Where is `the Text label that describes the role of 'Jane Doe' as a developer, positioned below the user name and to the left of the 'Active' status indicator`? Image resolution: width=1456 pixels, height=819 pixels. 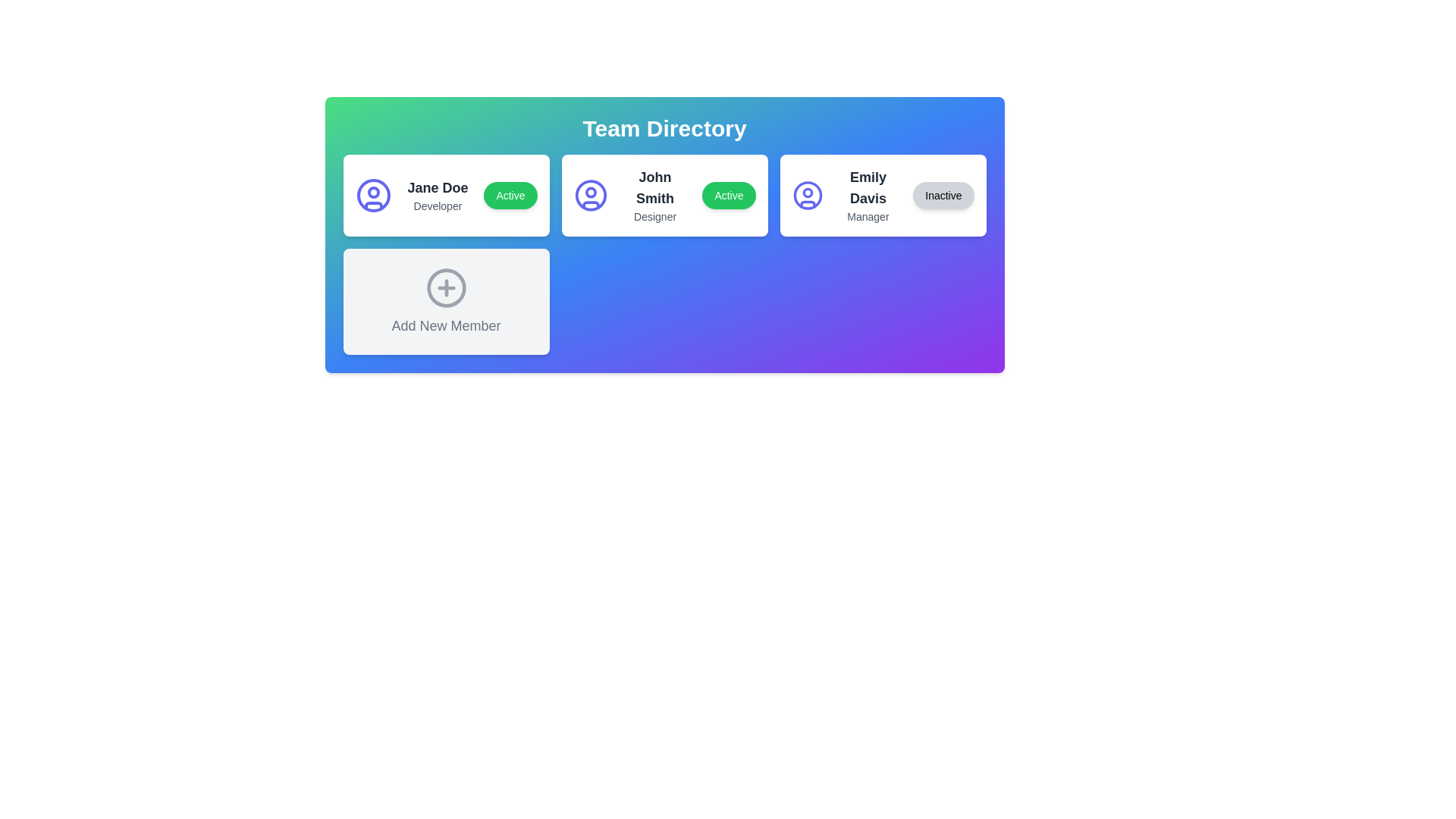
the Text label that describes the role of 'Jane Doe' as a developer, positioned below the user name and to the left of the 'Active' status indicator is located at coordinates (437, 206).